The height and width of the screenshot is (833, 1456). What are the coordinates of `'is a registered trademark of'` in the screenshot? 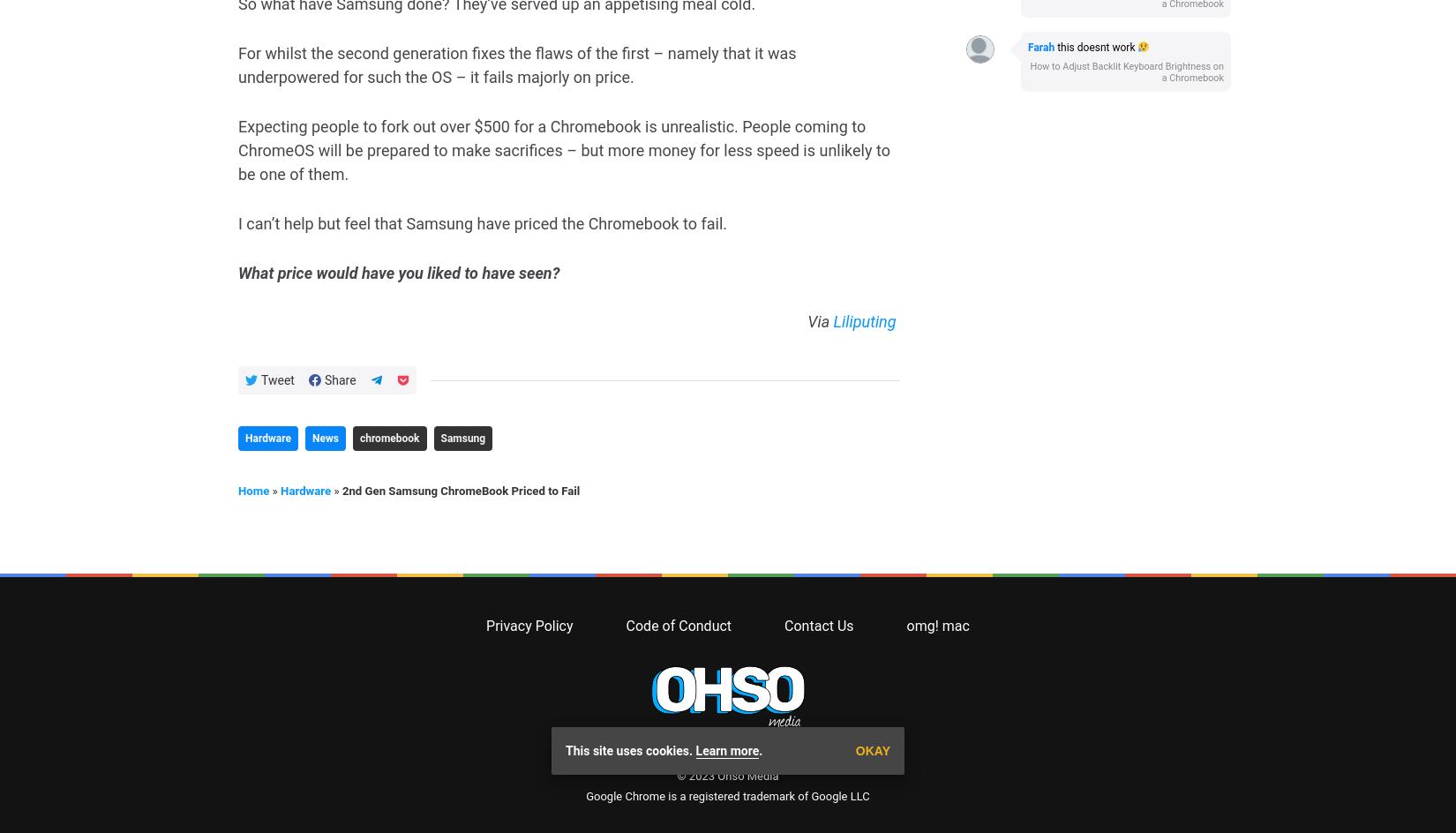 It's located at (738, 105).